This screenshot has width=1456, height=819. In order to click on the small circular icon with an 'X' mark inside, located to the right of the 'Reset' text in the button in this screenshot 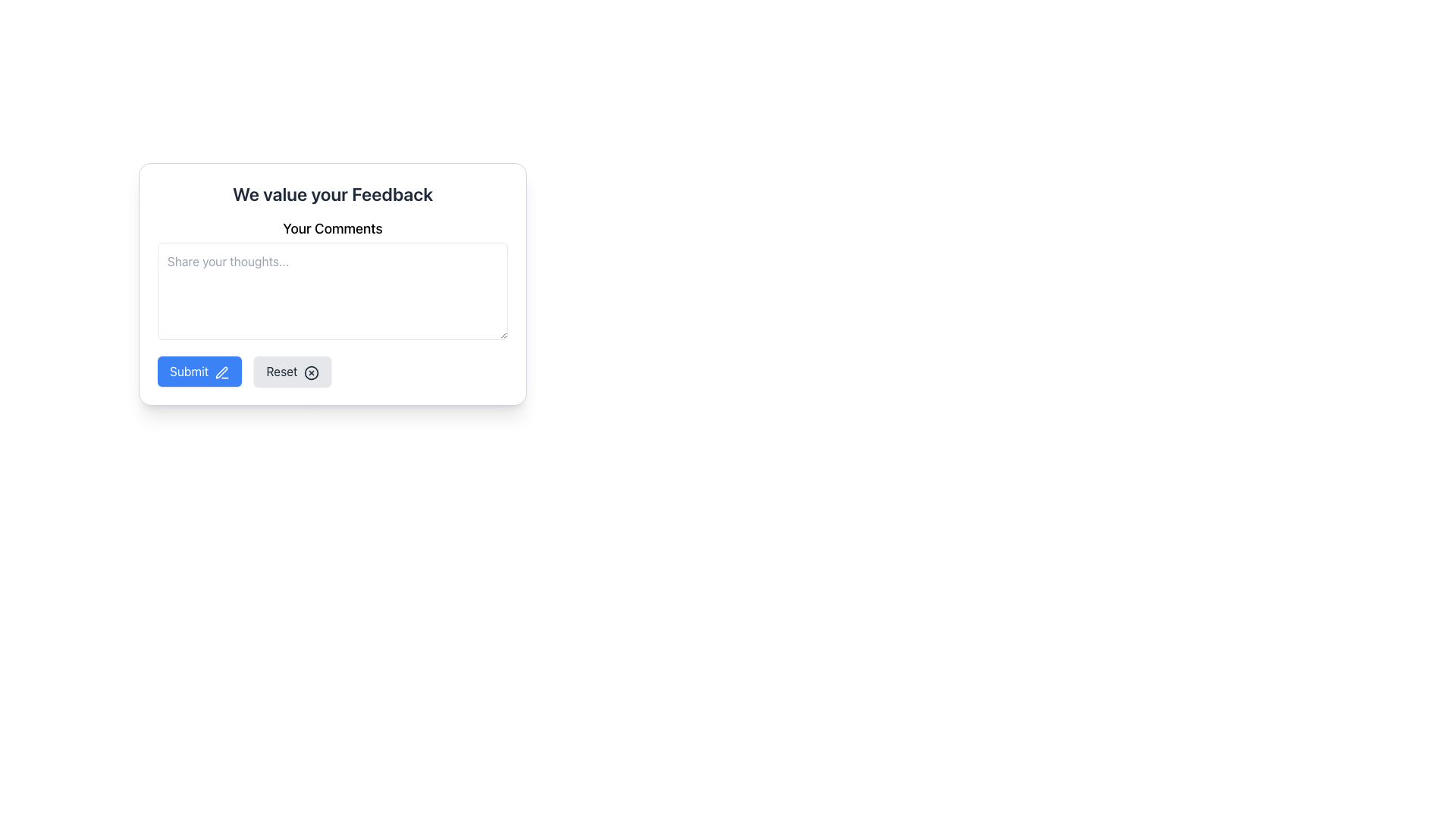, I will do `click(310, 372)`.